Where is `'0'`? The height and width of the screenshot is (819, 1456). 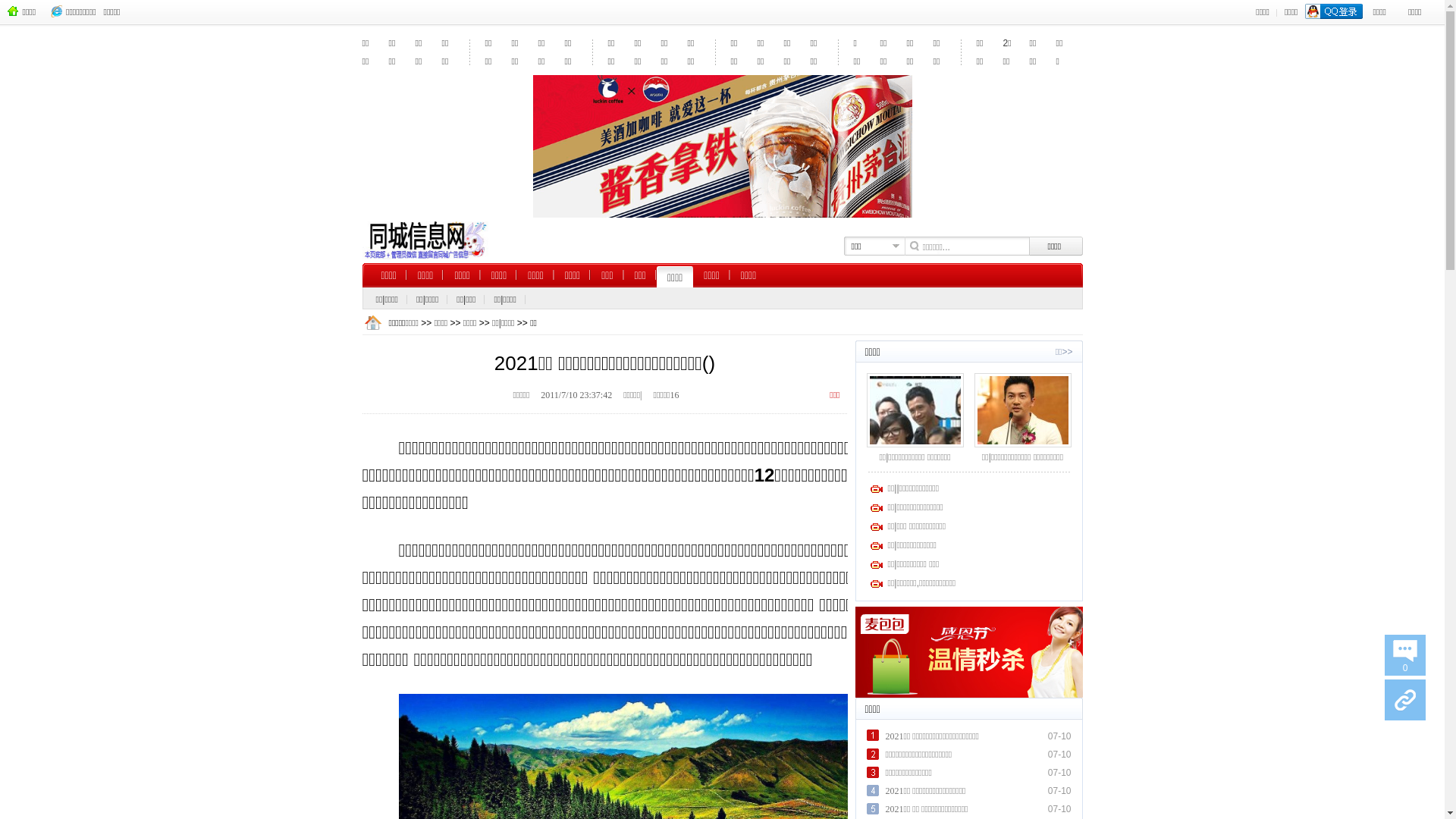
'0' is located at coordinates (1404, 654).